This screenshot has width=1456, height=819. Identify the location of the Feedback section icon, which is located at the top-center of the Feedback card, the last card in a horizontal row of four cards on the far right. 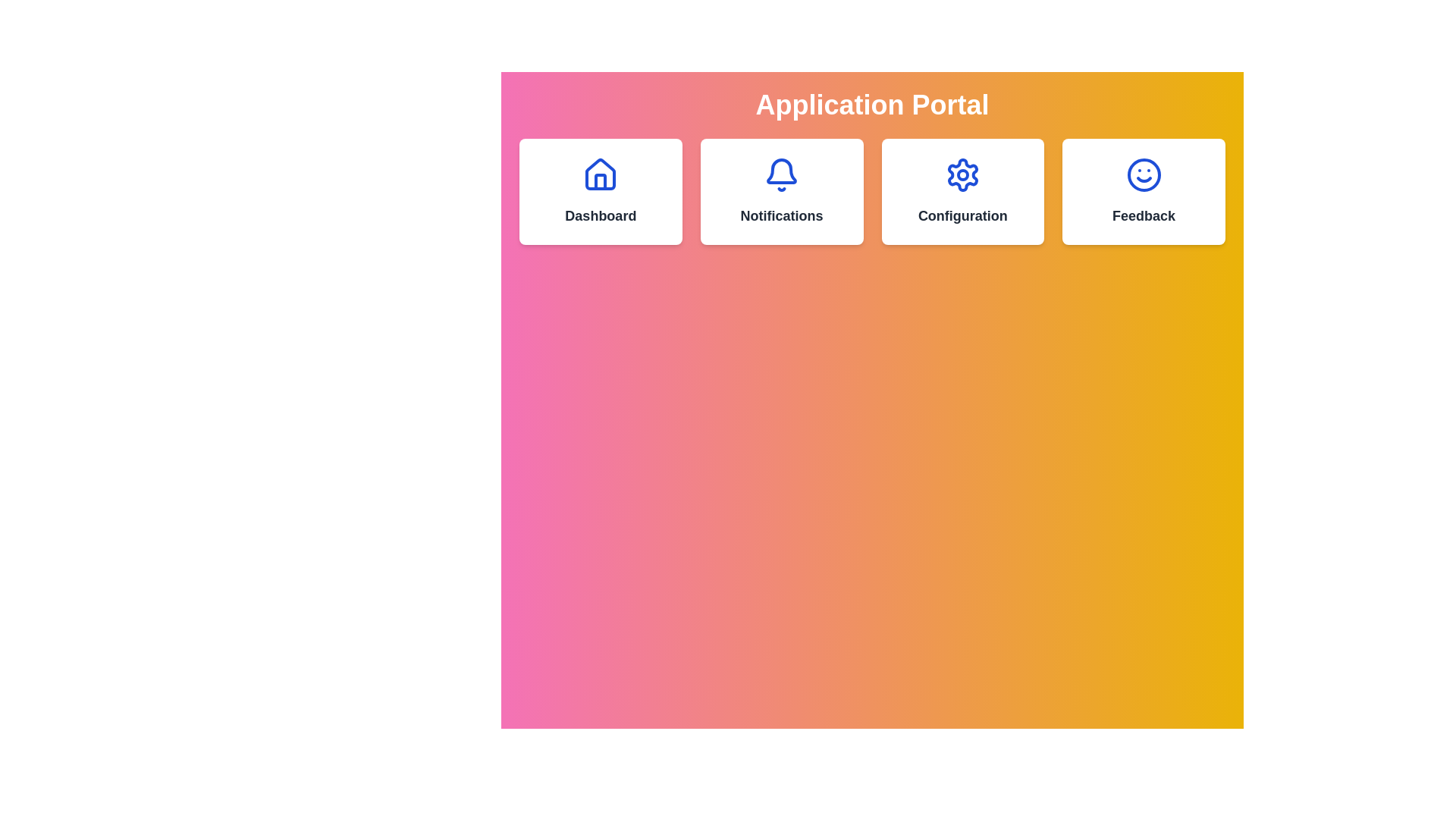
(1144, 174).